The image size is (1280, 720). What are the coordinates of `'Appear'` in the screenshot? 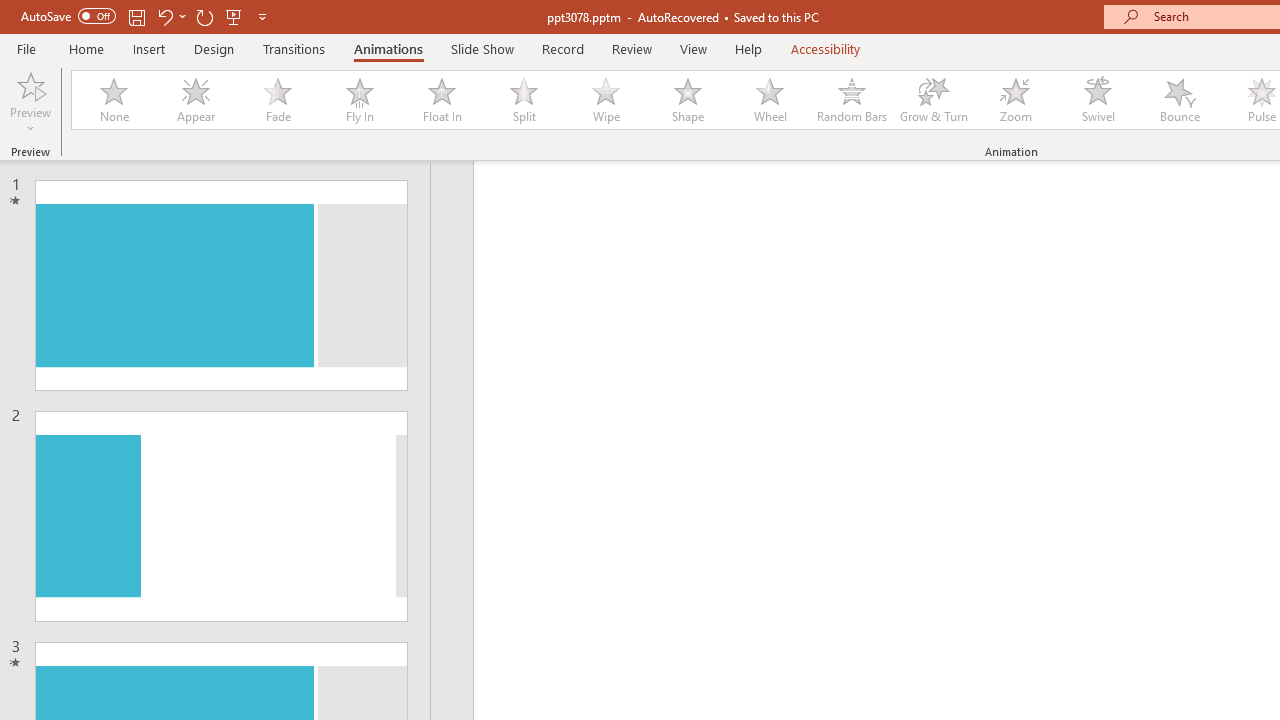 It's located at (195, 100).